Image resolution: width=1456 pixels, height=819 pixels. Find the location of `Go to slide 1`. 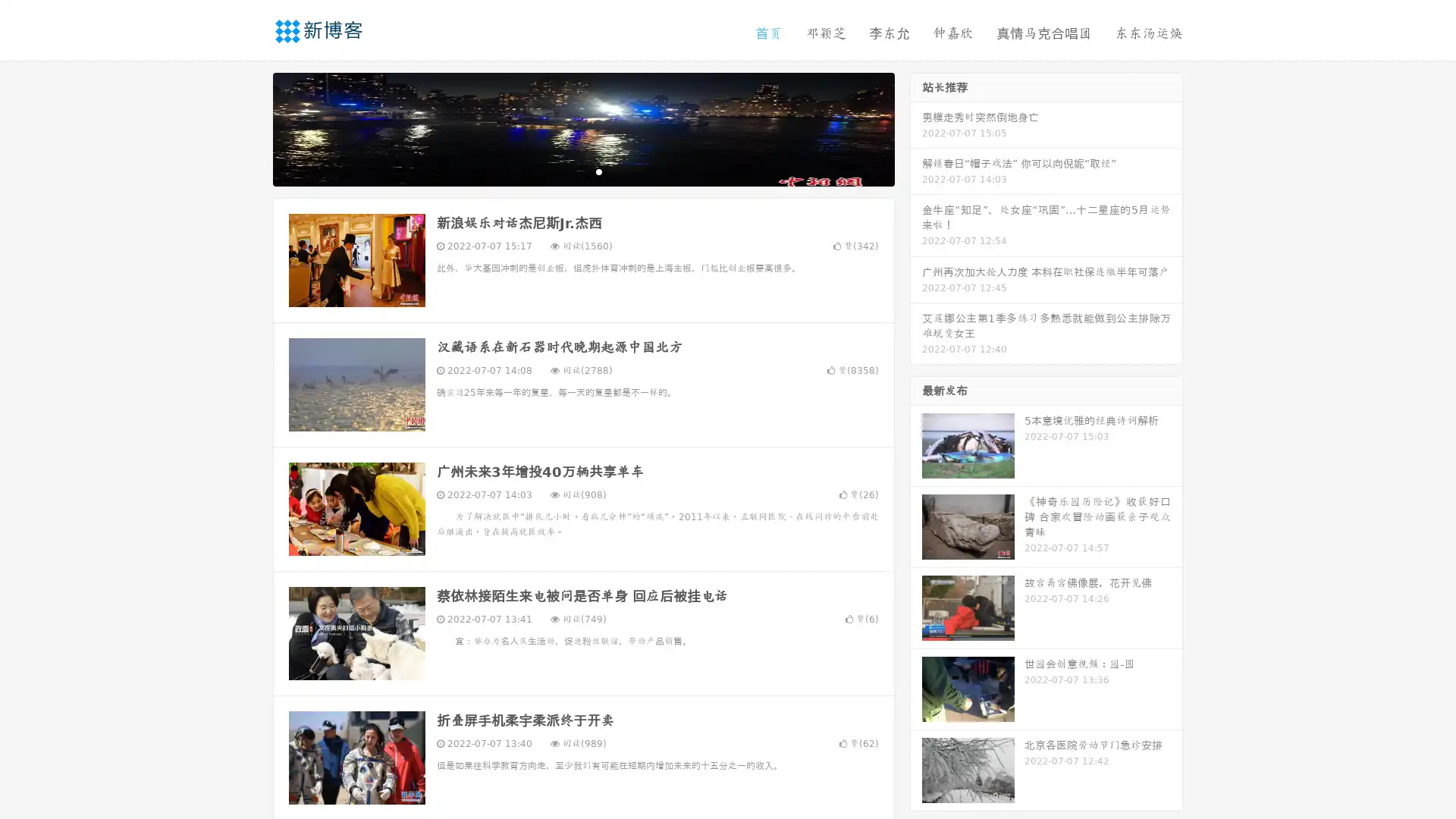

Go to slide 1 is located at coordinates (567, 171).